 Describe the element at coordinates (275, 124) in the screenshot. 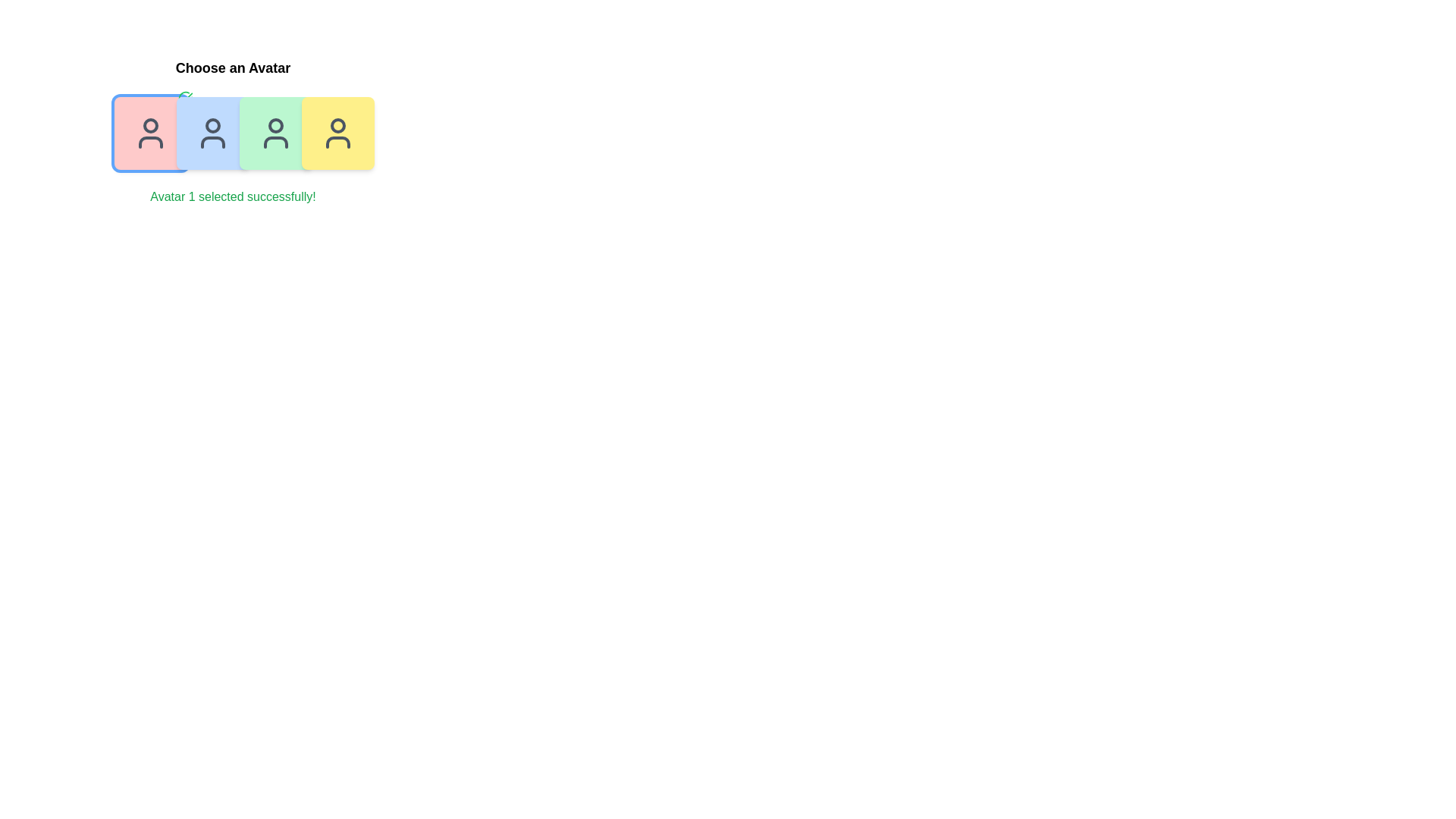

I see `the circular shape that forms the head of the third avatar icon in a list of four avatar options` at that location.